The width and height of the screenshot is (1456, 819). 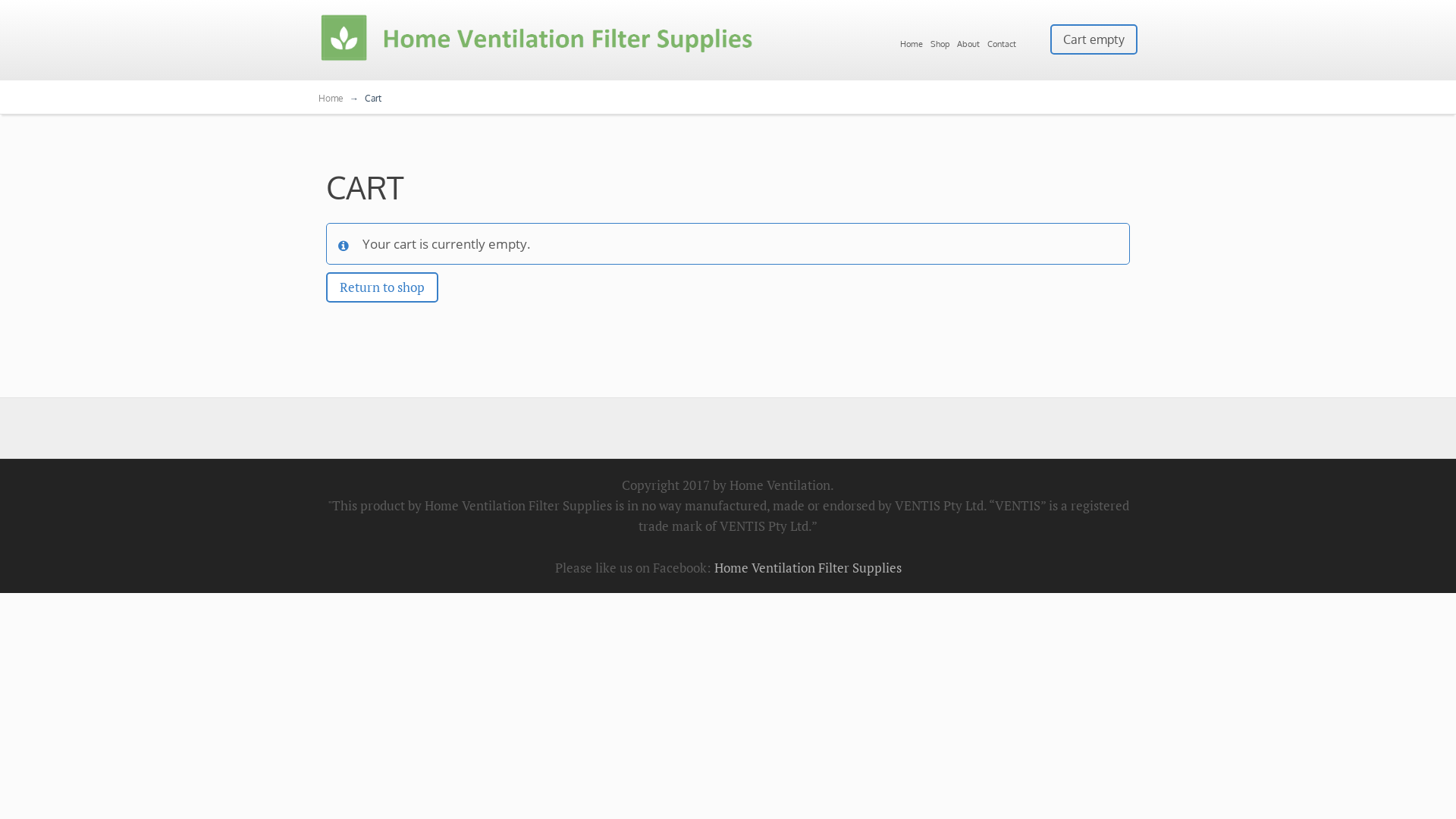 What do you see at coordinates (365, 186) in the screenshot?
I see `'CART'` at bounding box center [365, 186].